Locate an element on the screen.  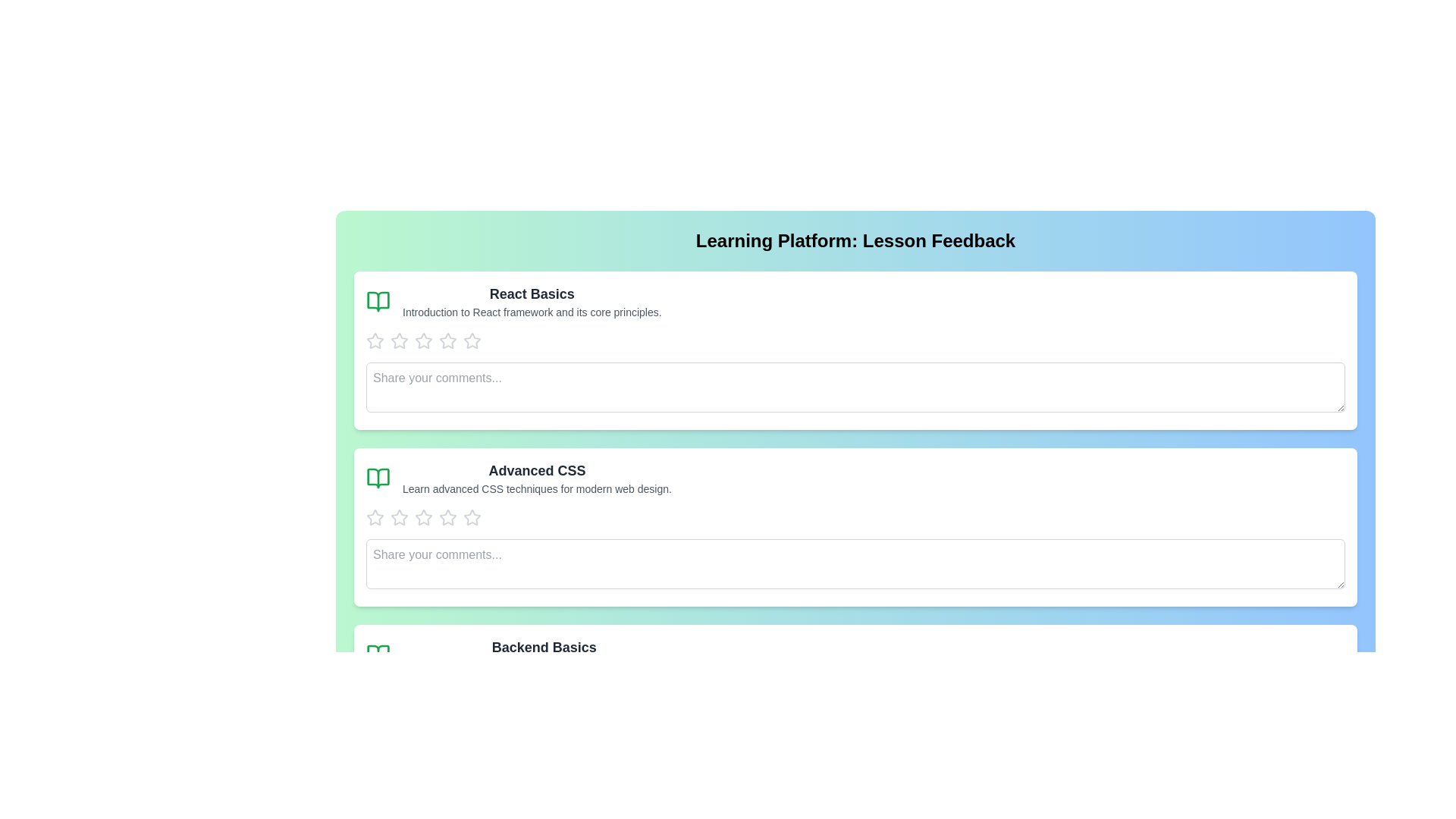
the informational header for the lesson about the basics of backend web development, which is the third item in a vertical list of learning modules is located at coordinates (544, 654).